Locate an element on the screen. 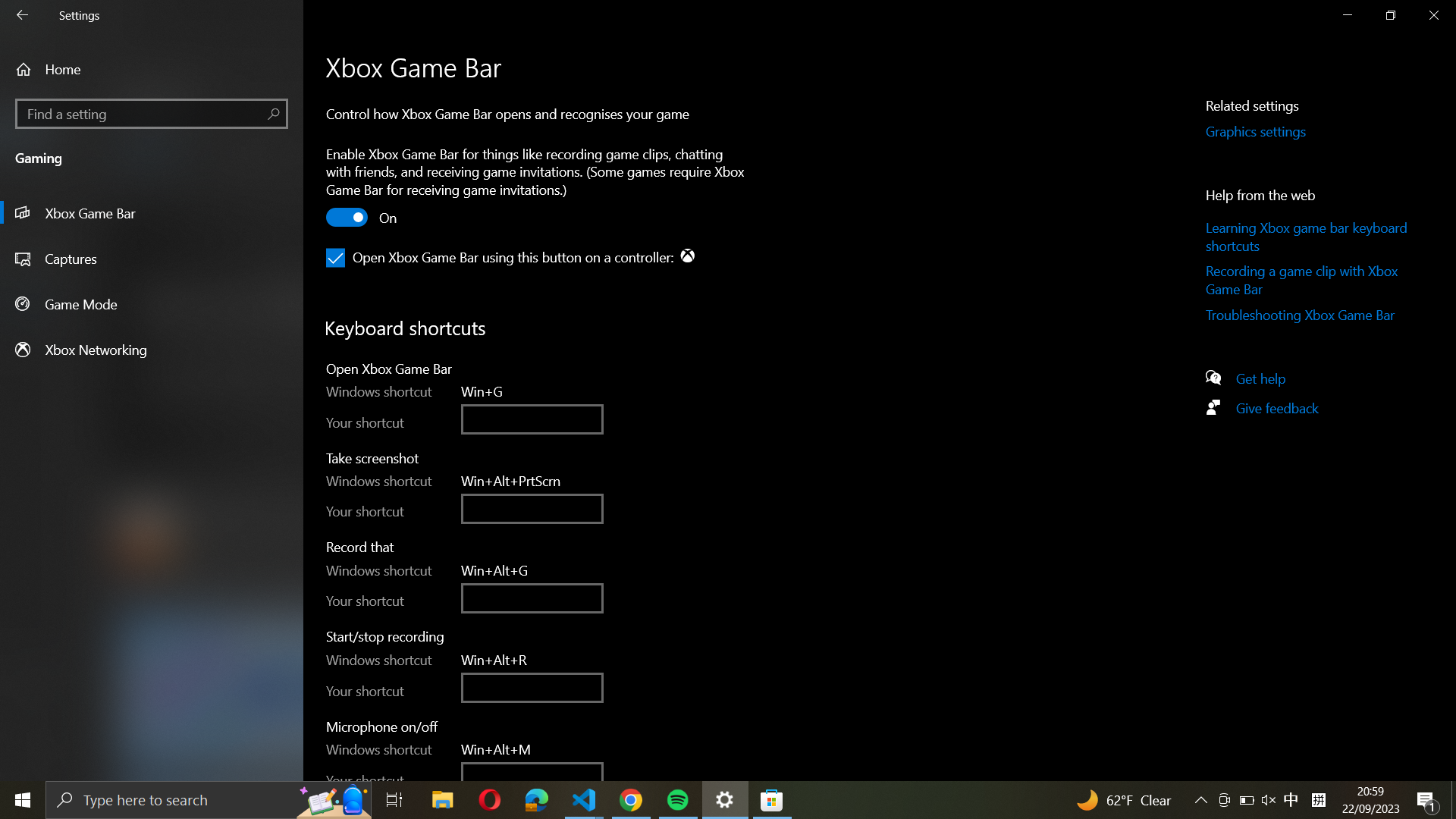 The width and height of the screenshot is (1456, 819). the Xbox Game Bar Keyboard Shortcut educational page is located at coordinates (1308, 237).